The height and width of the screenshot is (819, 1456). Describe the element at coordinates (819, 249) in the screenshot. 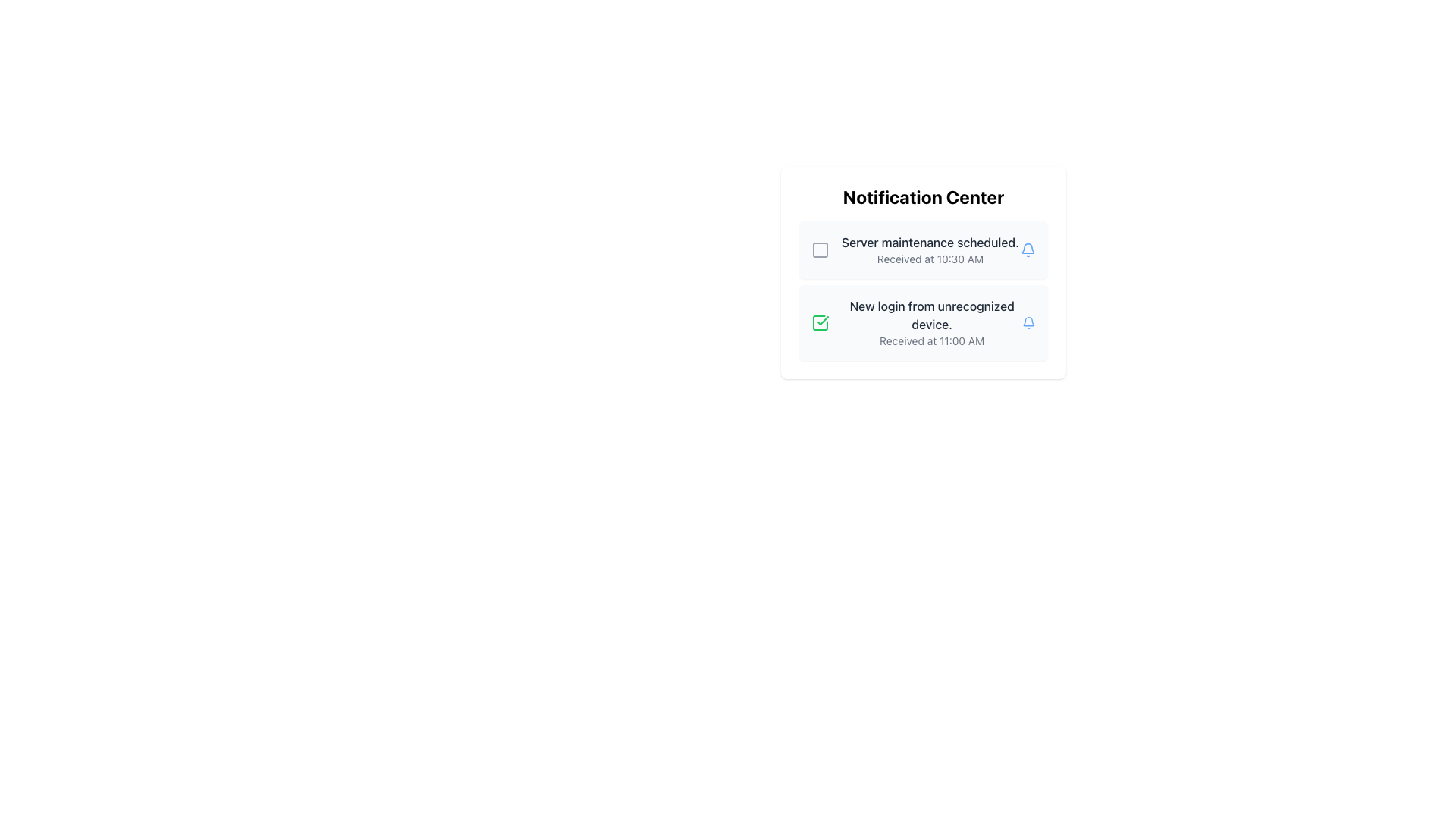

I see `the square-shaped icon indicating 'Server maintenance scheduled at 10:30 AM', which is the first icon in the notification list, positioned to the left of the notification text` at that location.